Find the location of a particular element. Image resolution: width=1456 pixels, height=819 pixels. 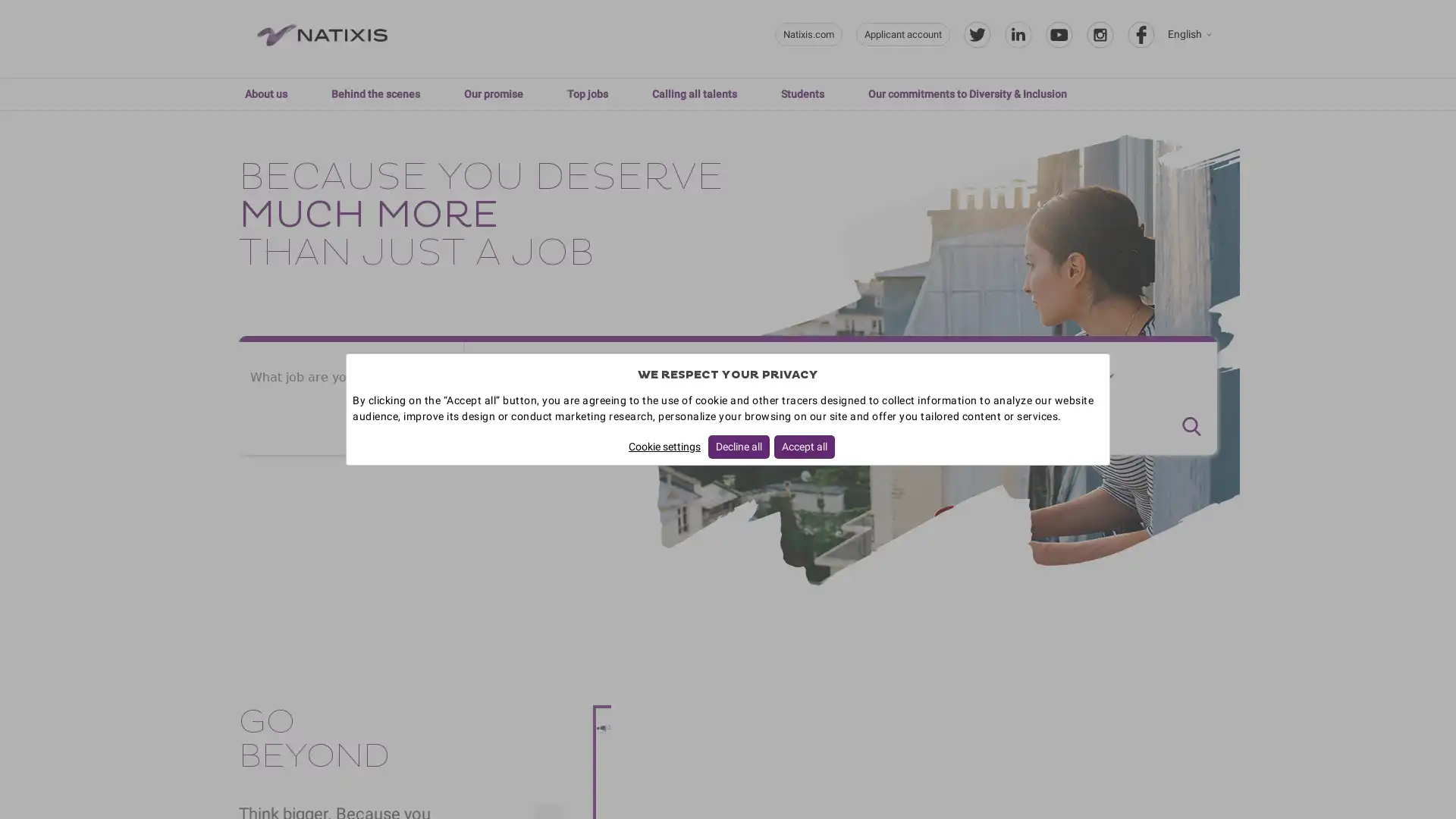

search is located at coordinates (1190, 427).